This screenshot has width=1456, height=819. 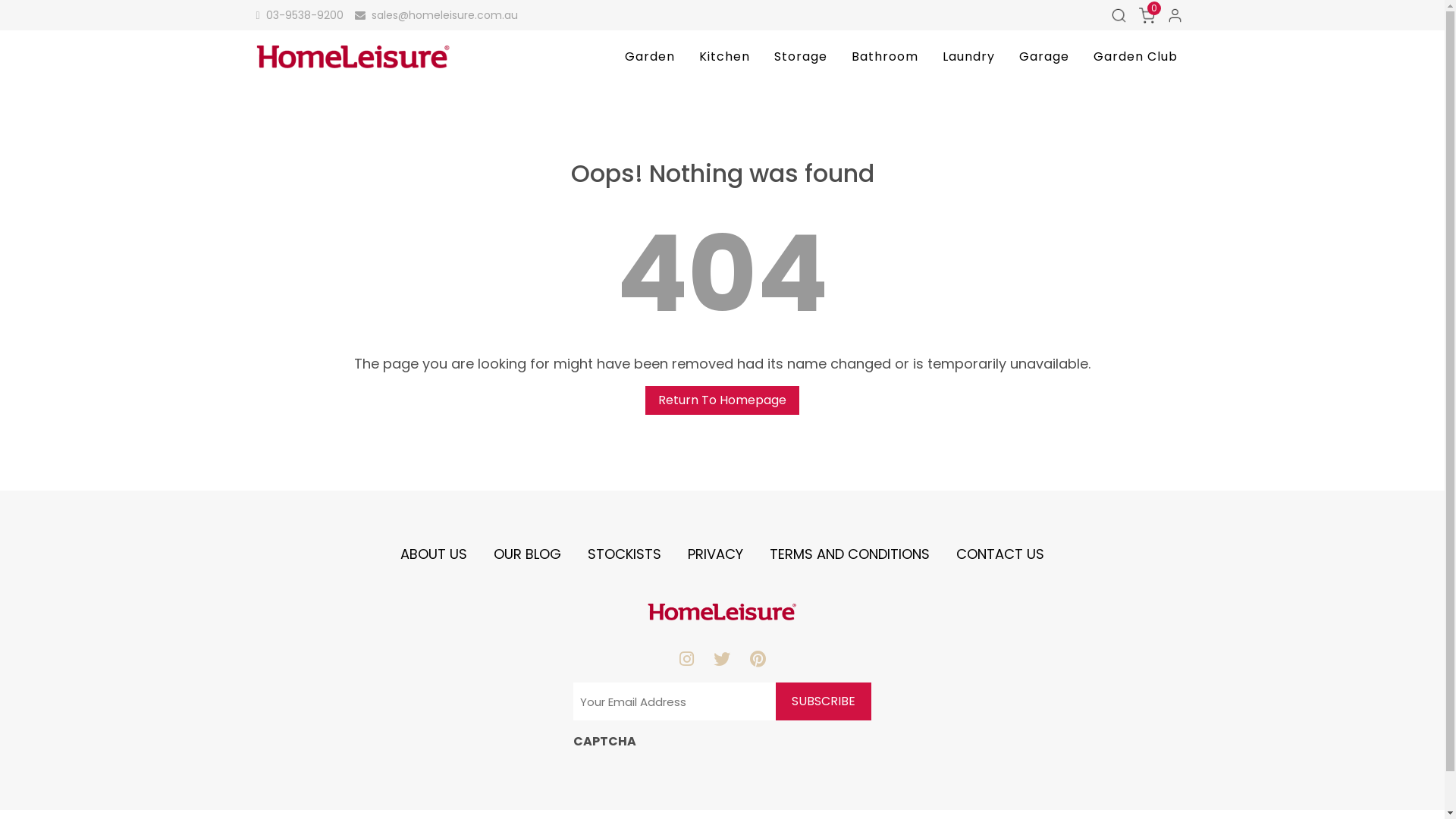 I want to click on 'STOCKISTS', so click(x=624, y=554).